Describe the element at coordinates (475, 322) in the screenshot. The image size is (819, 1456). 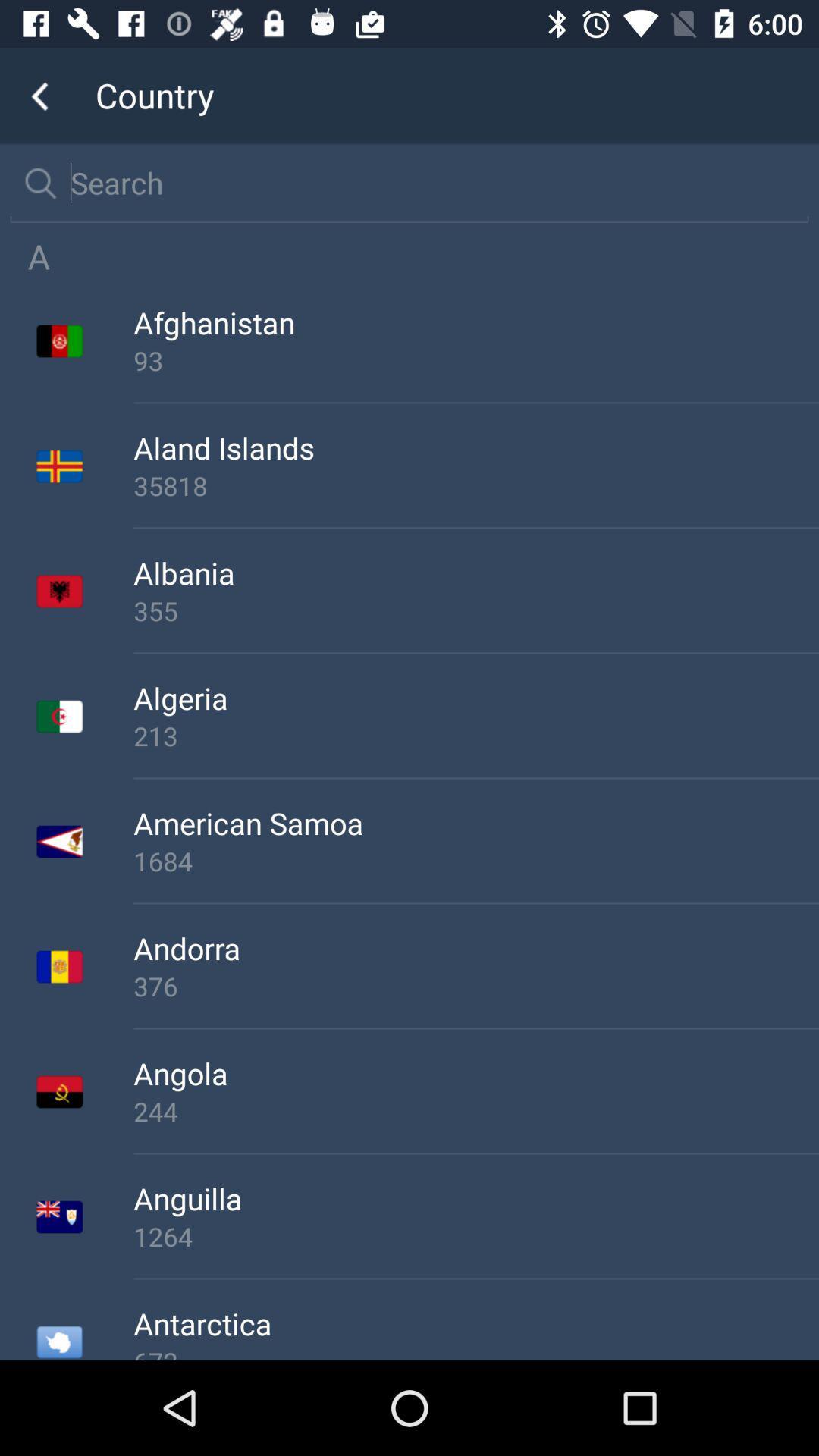
I see `afghanistan app` at that location.